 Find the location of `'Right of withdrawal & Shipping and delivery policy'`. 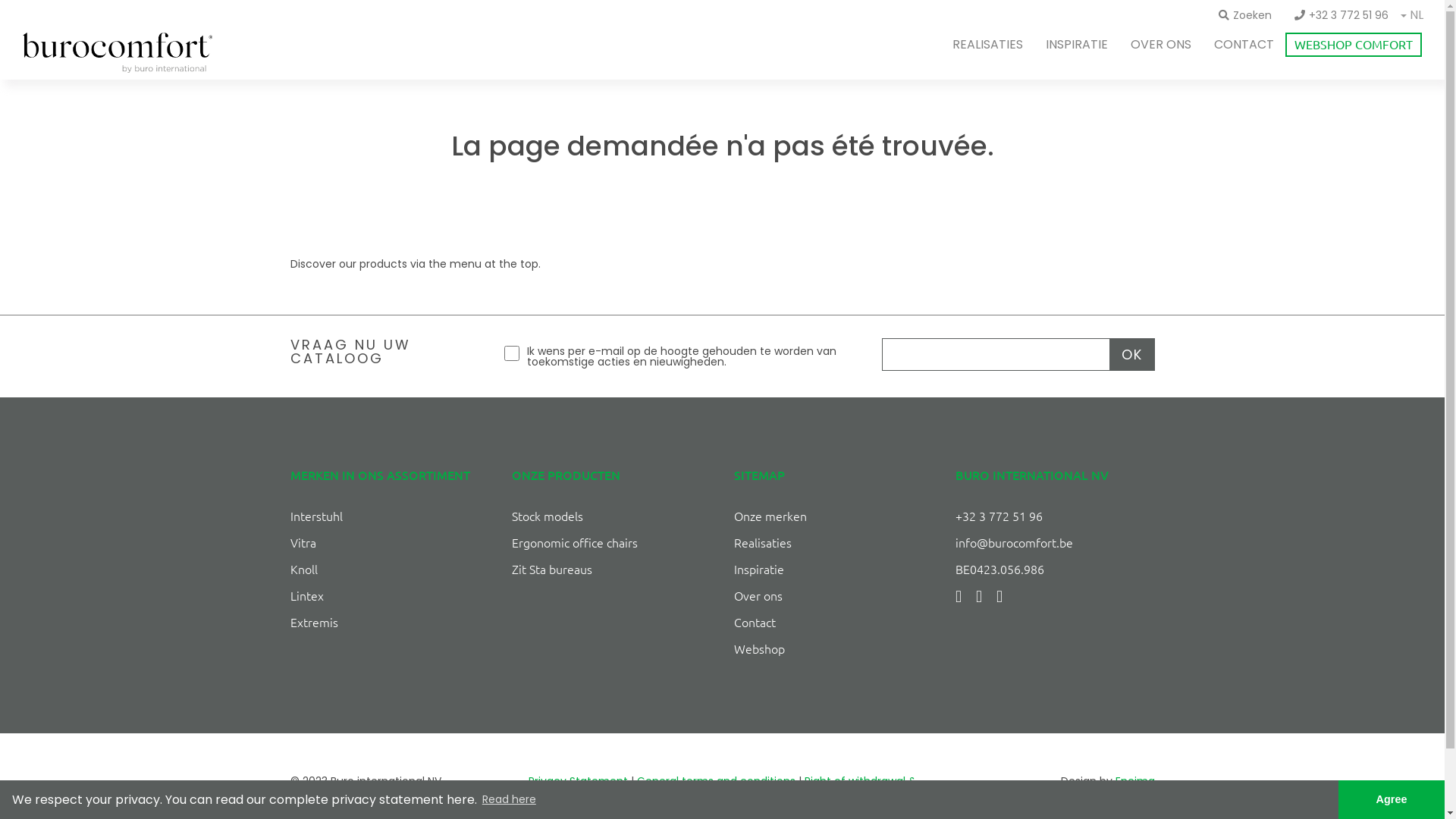

'Right of withdrawal & Shipping and delivery policy' is located at coordinates (781, 790).